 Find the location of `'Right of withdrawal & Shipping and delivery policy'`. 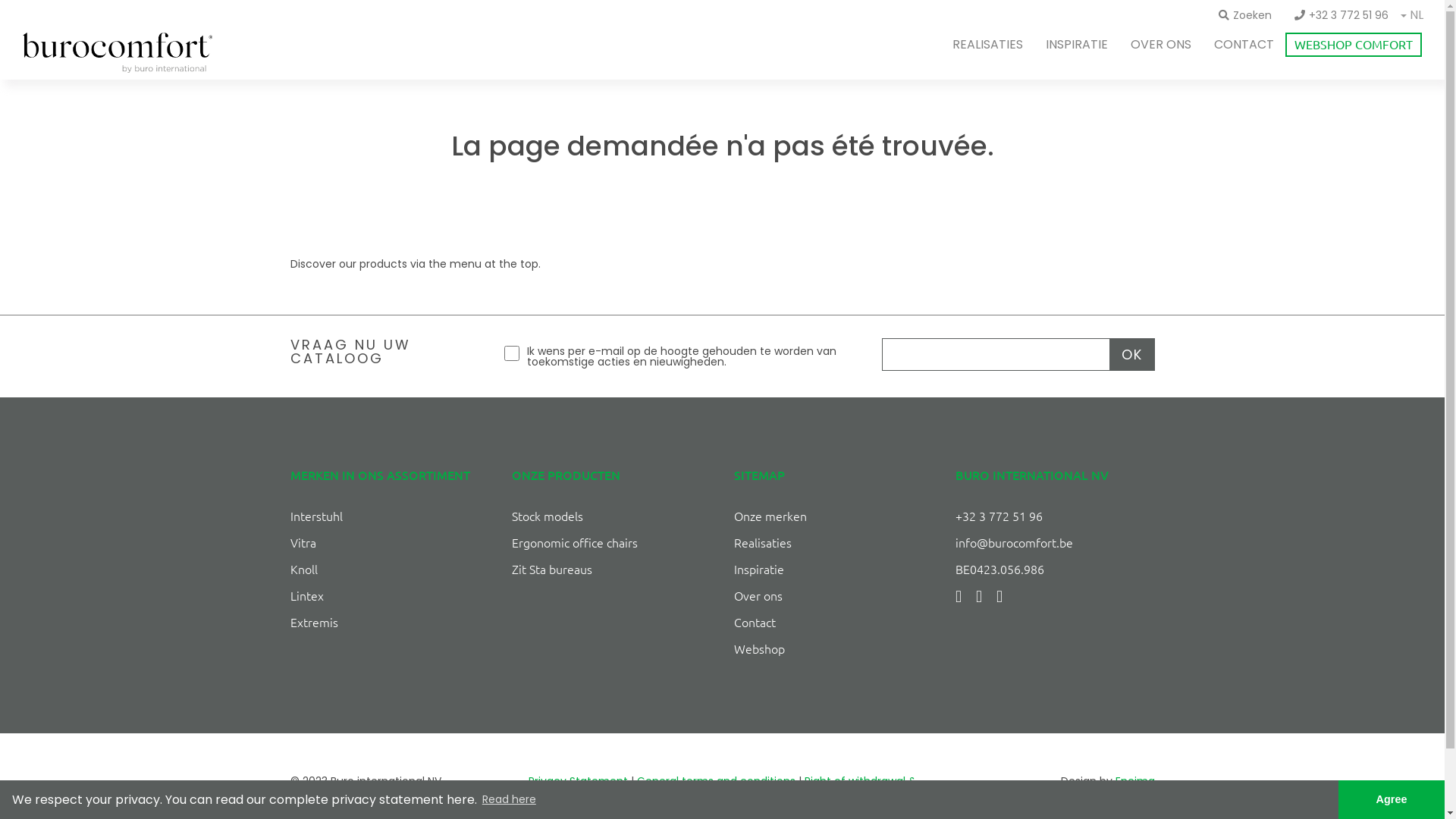

'Right of withdrawal & Shipping and delivery policy' is located at coordinates (781, 790).